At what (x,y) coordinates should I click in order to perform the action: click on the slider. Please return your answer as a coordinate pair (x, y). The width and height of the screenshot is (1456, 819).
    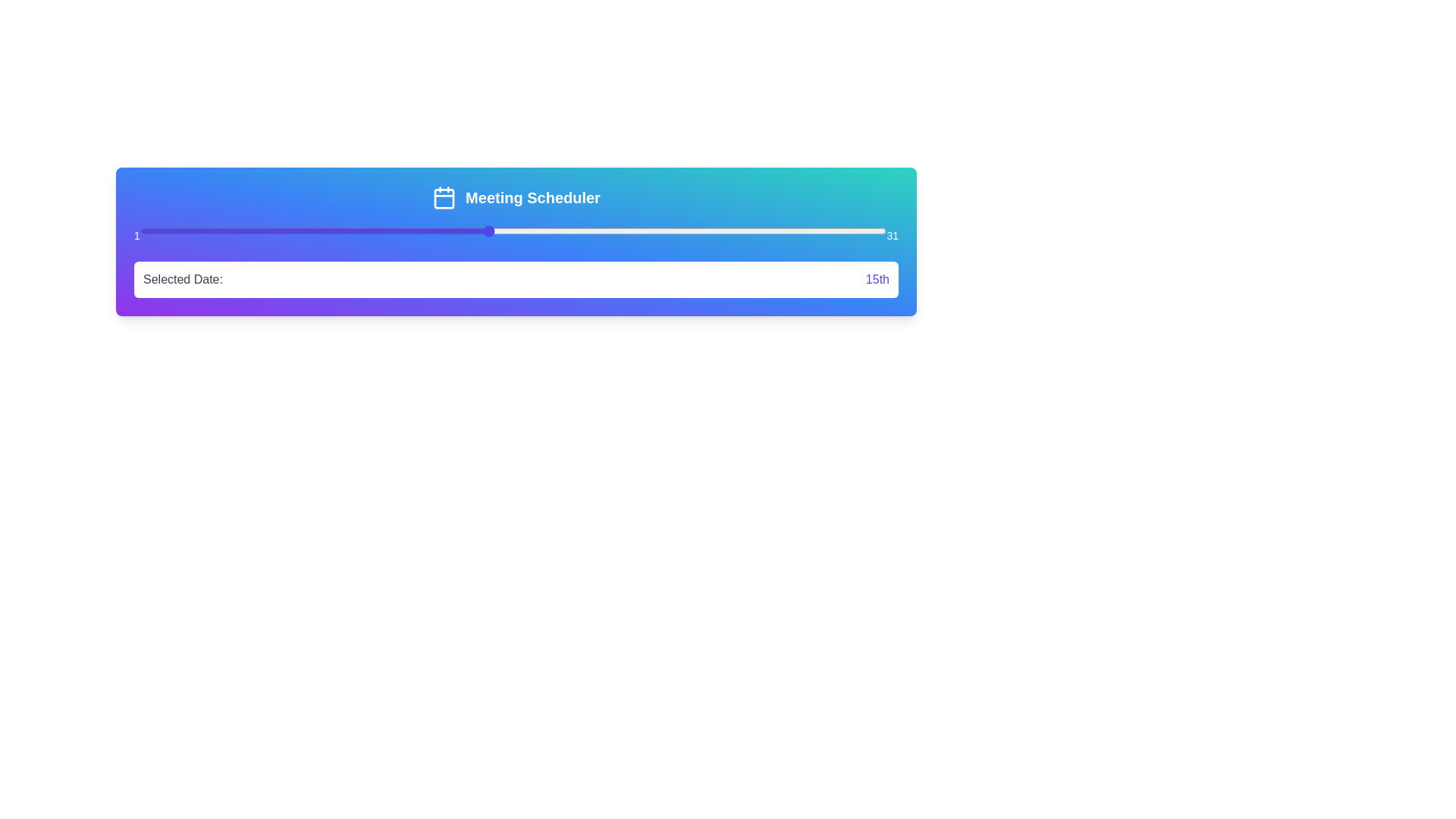
    Looking at the image, I should click on (587, 231).